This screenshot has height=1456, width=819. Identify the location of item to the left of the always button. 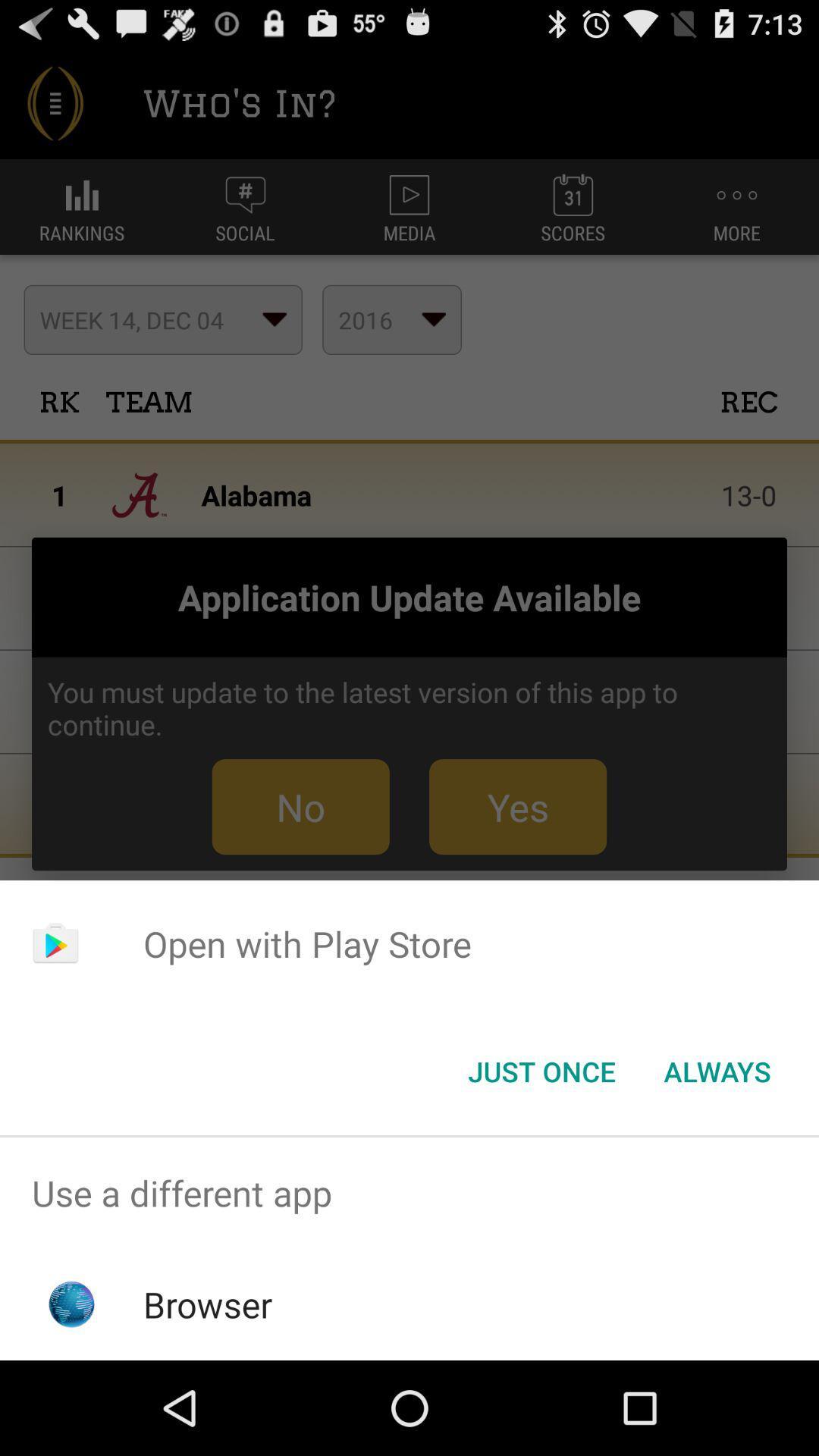
(541, 1070).